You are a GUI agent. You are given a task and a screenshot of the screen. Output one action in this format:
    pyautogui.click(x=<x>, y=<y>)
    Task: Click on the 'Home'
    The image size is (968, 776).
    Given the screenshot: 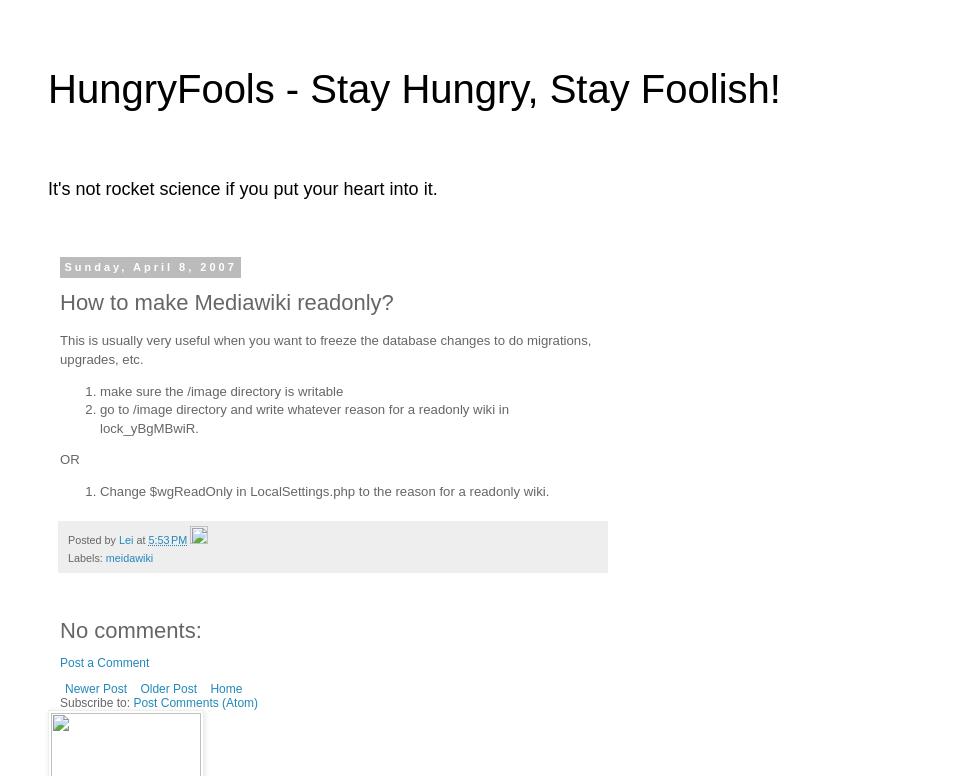 What is the action you would take?
    pyautogui.click(x=225, y=688)
    